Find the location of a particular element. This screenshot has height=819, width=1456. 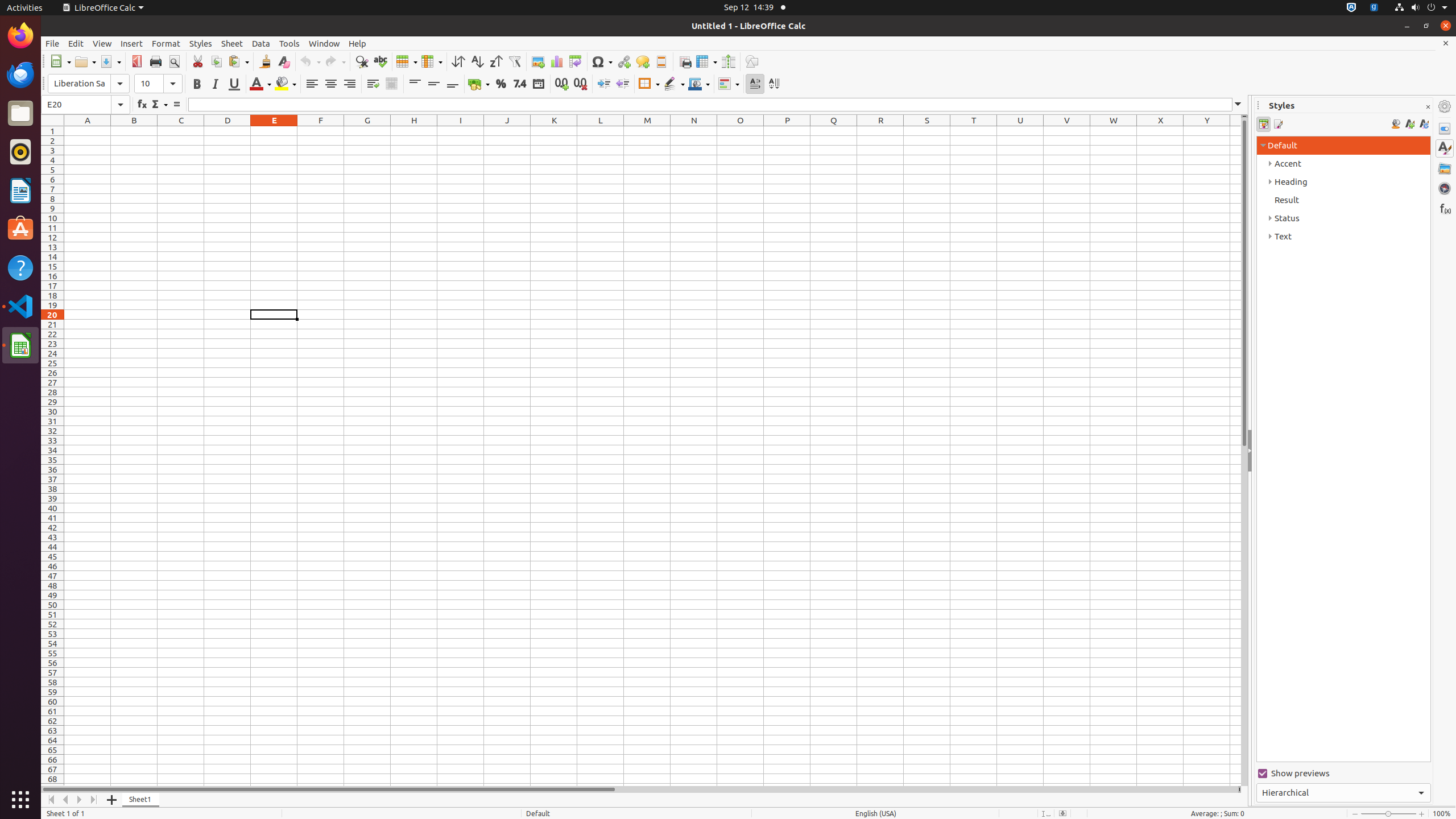

'AutoFilter' is located at coordinates (514, 61).